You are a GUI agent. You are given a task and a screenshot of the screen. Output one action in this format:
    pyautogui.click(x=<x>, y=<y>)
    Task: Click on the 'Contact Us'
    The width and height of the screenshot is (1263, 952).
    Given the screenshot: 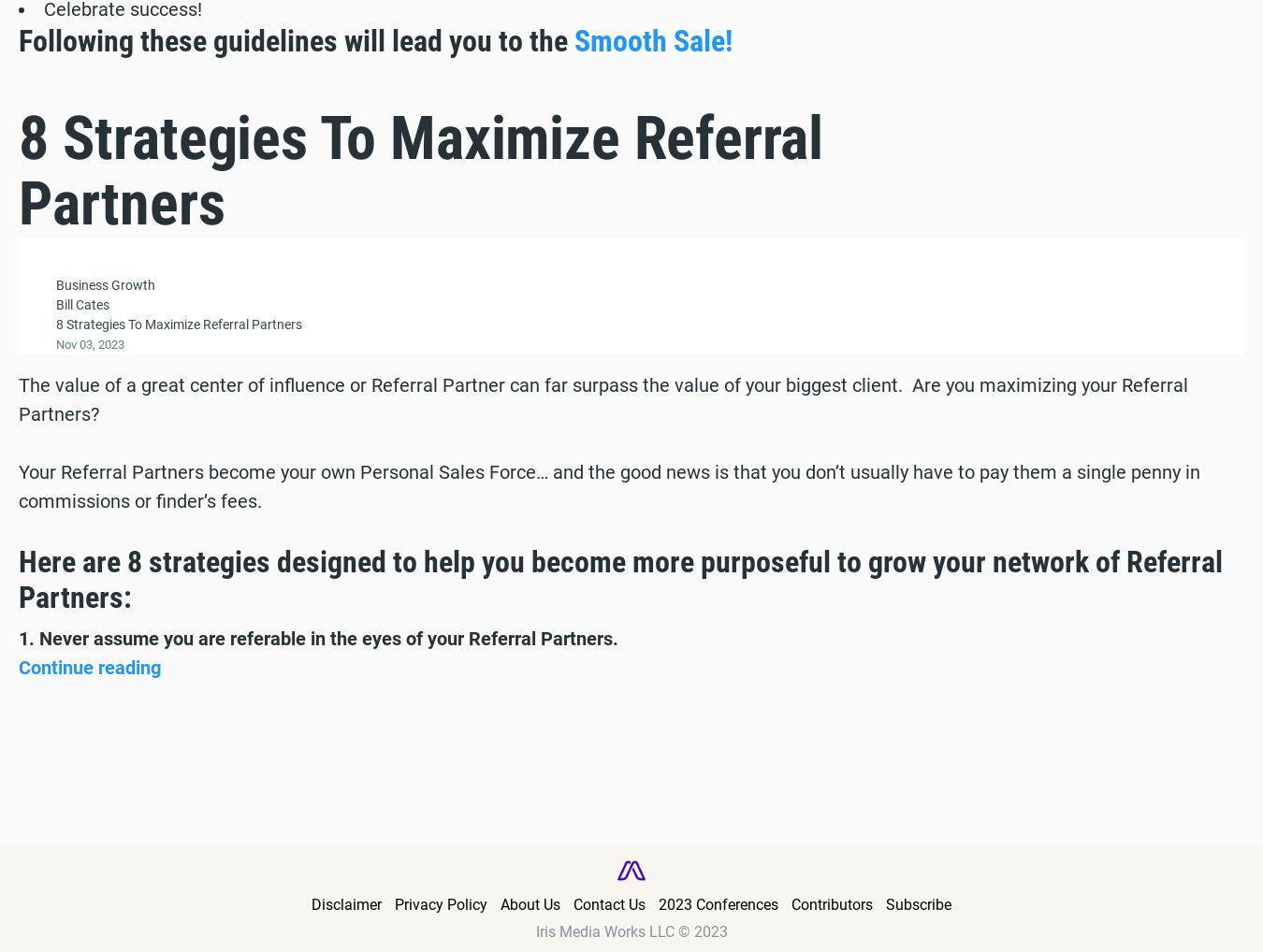 What is the action you would take?
    pyautogui.click(x=609, y=902)
    